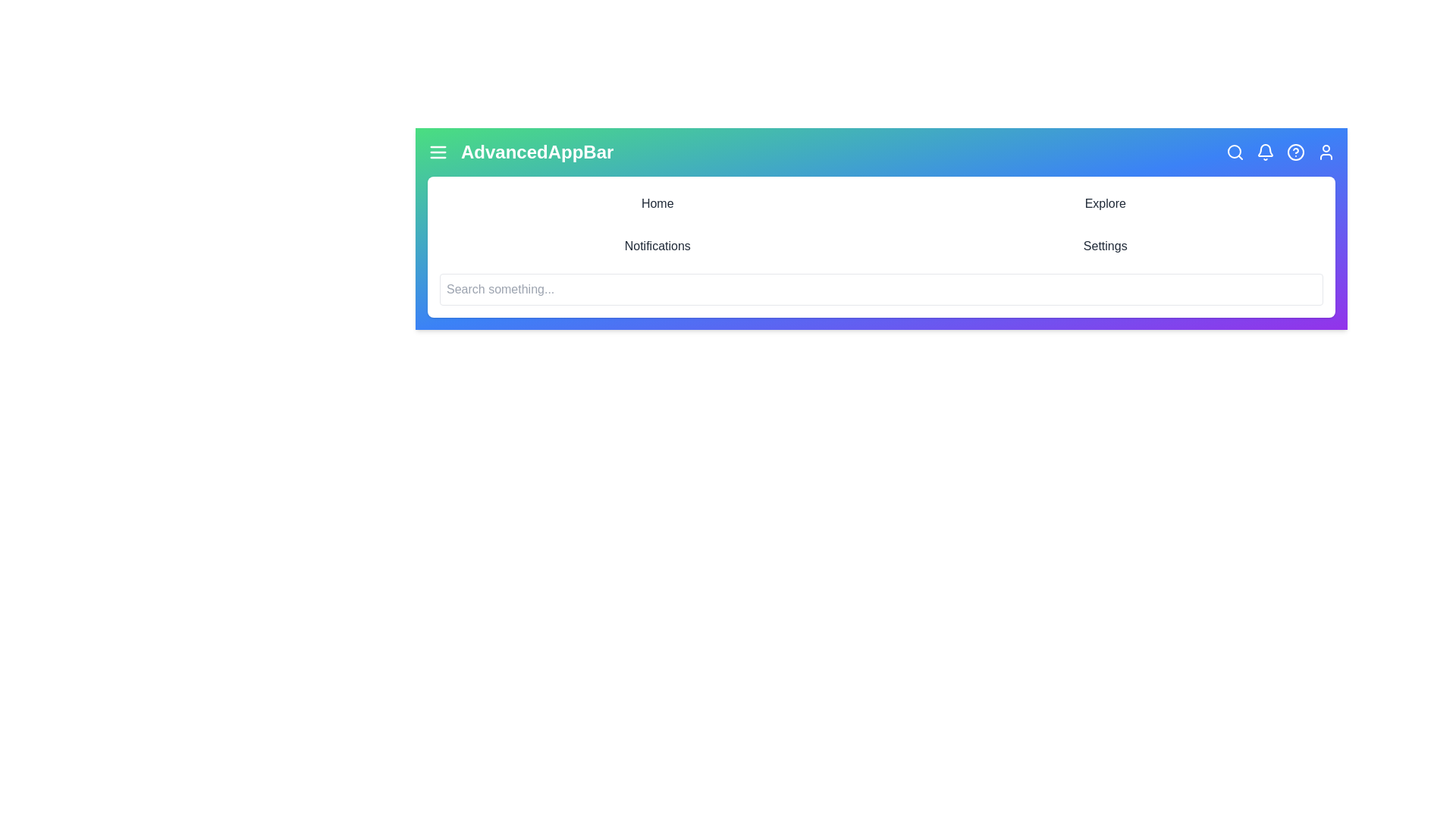 The image size is (1456, 819). I want to click on the Search icon to trigger its functionality, so click(1235, 152).